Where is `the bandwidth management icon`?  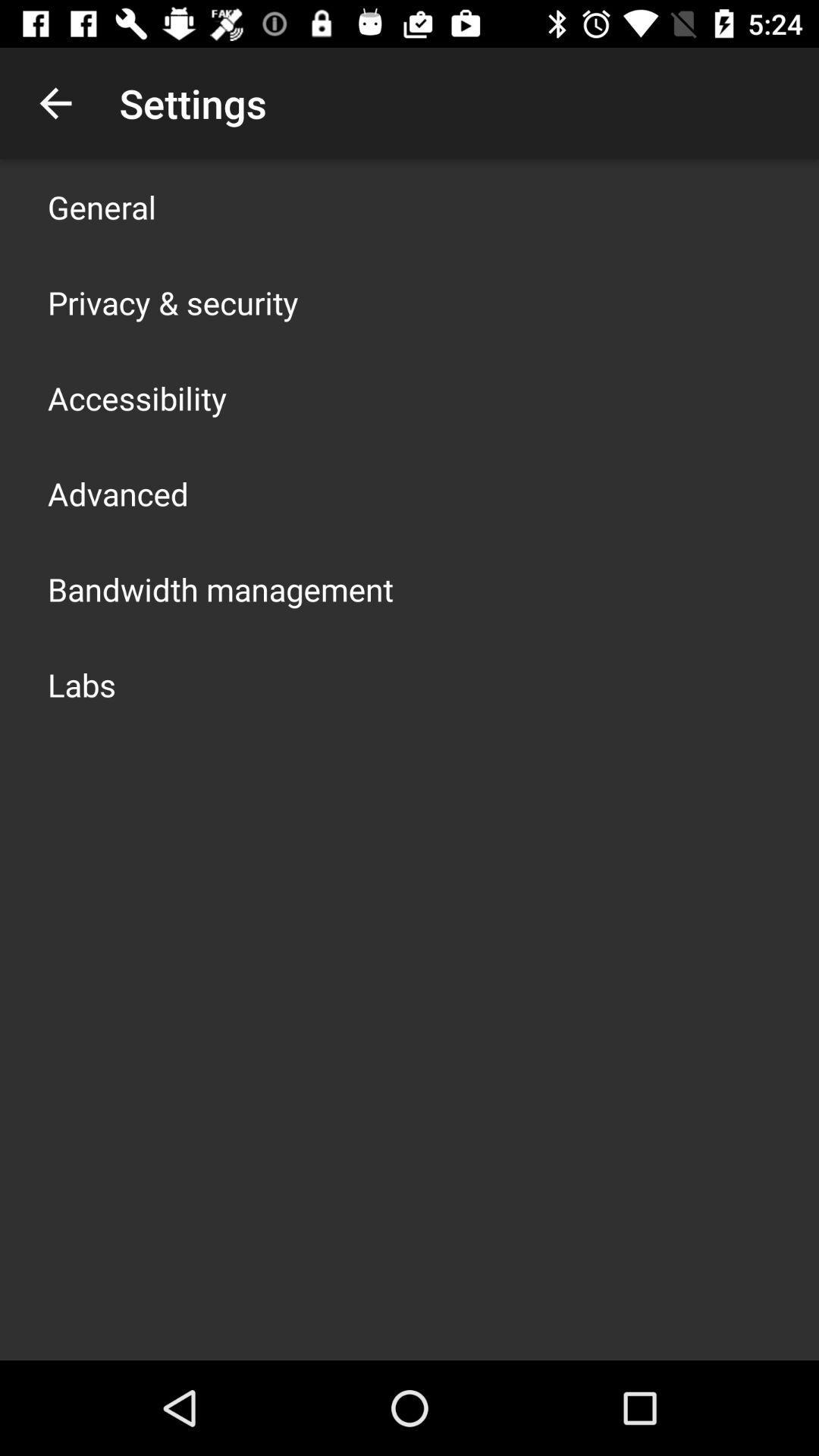
the bandwidth management icon is located at coordinates (220, 588).